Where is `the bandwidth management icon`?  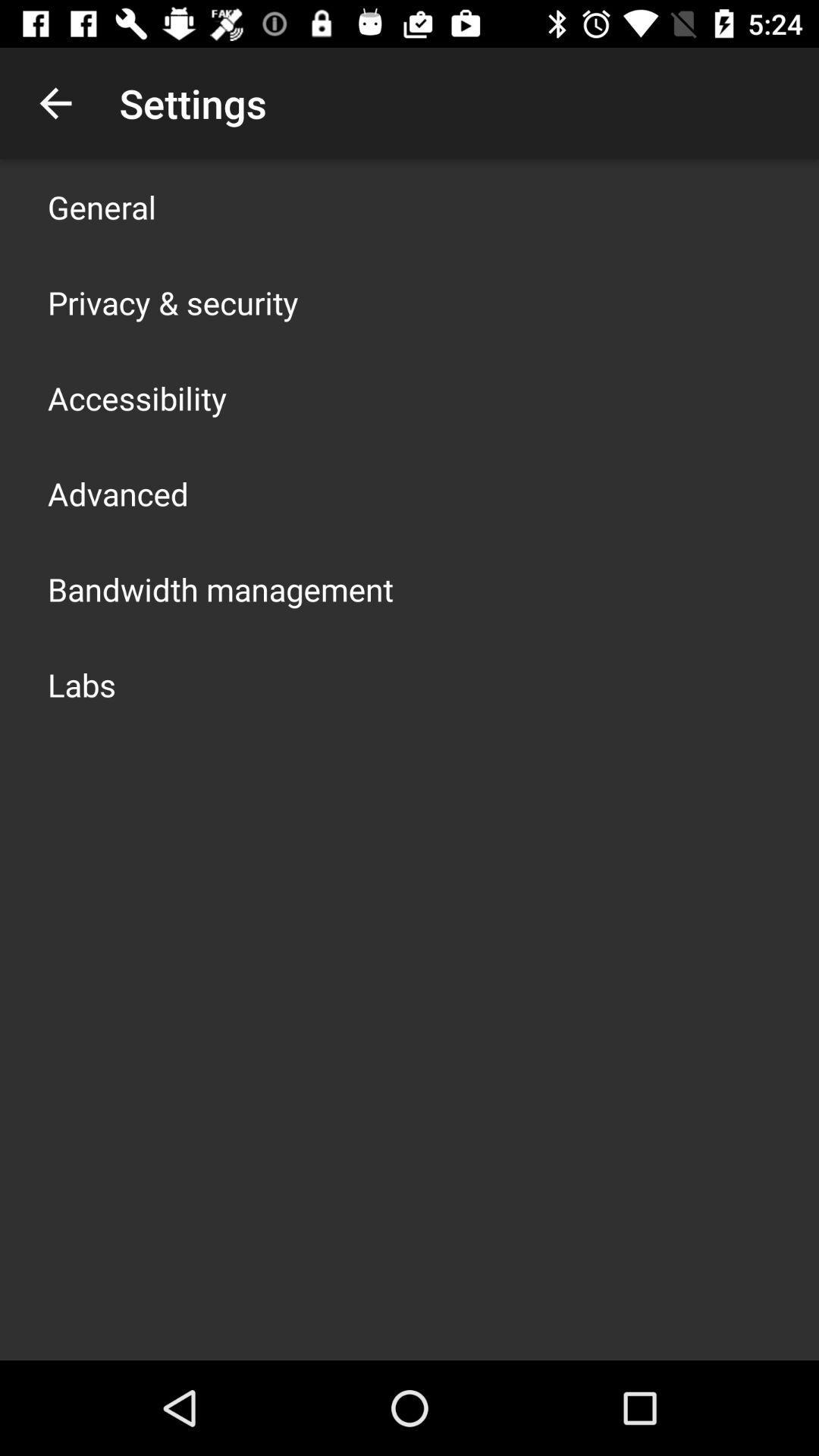
the bandwidth management icon is located at coordinates (220, 588).